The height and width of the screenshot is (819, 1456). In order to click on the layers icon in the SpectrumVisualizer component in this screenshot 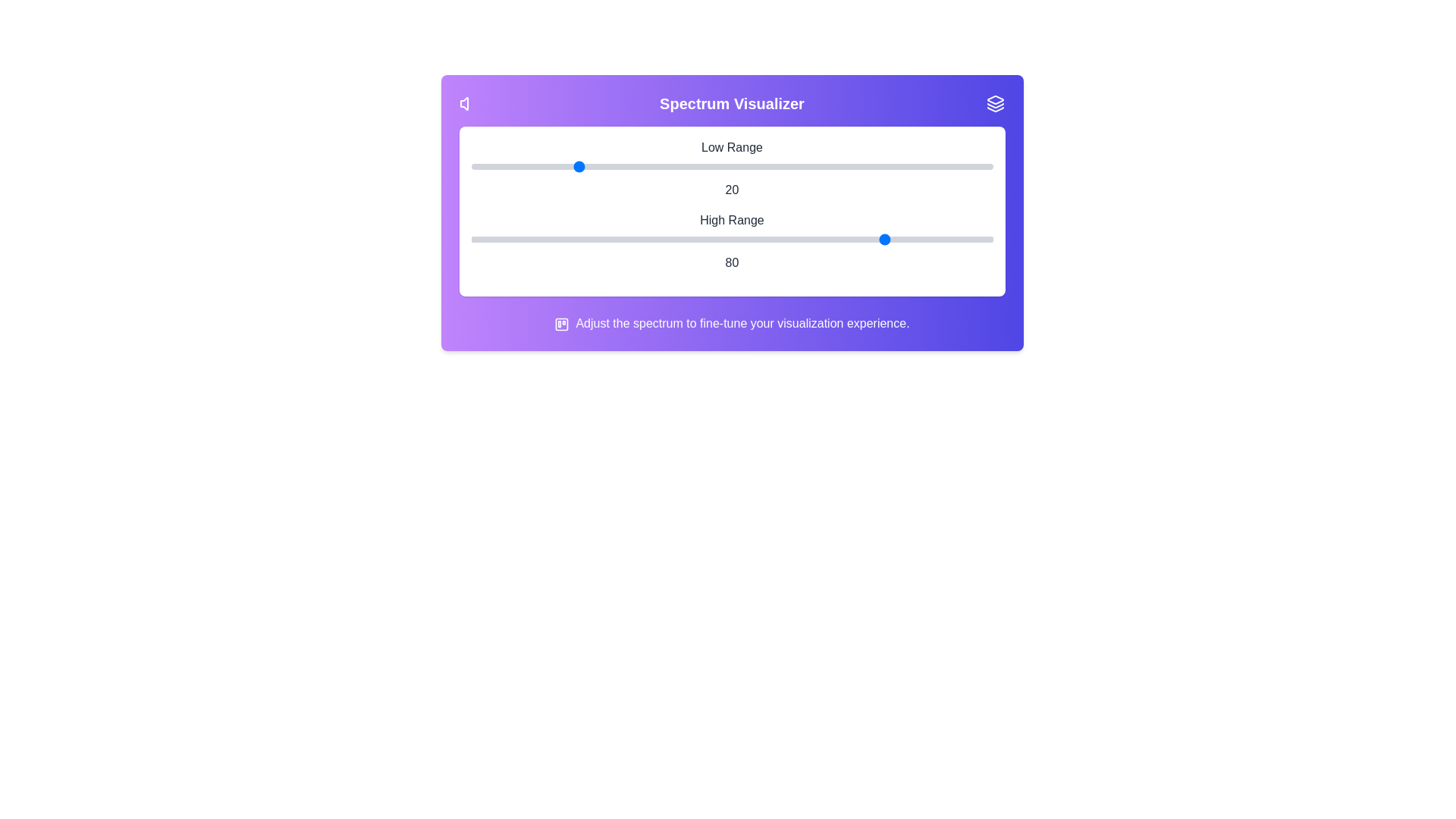, I will do `click(996, 103)`.